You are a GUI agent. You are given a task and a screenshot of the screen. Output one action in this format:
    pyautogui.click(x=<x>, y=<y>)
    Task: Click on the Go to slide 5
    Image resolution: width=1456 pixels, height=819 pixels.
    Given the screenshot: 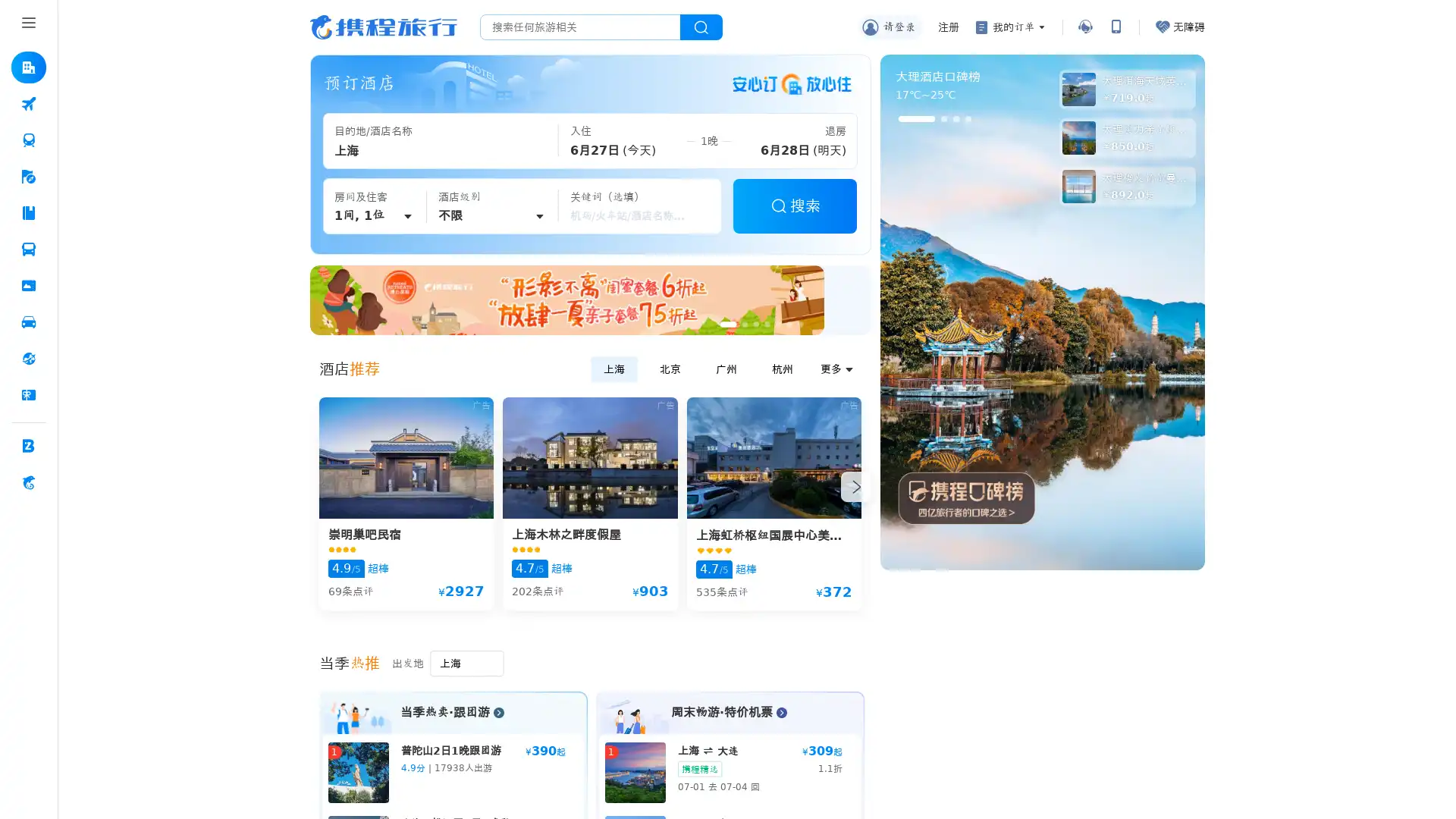 What is the action you would take?
    pyautogui.click(x=819, y=329)
    